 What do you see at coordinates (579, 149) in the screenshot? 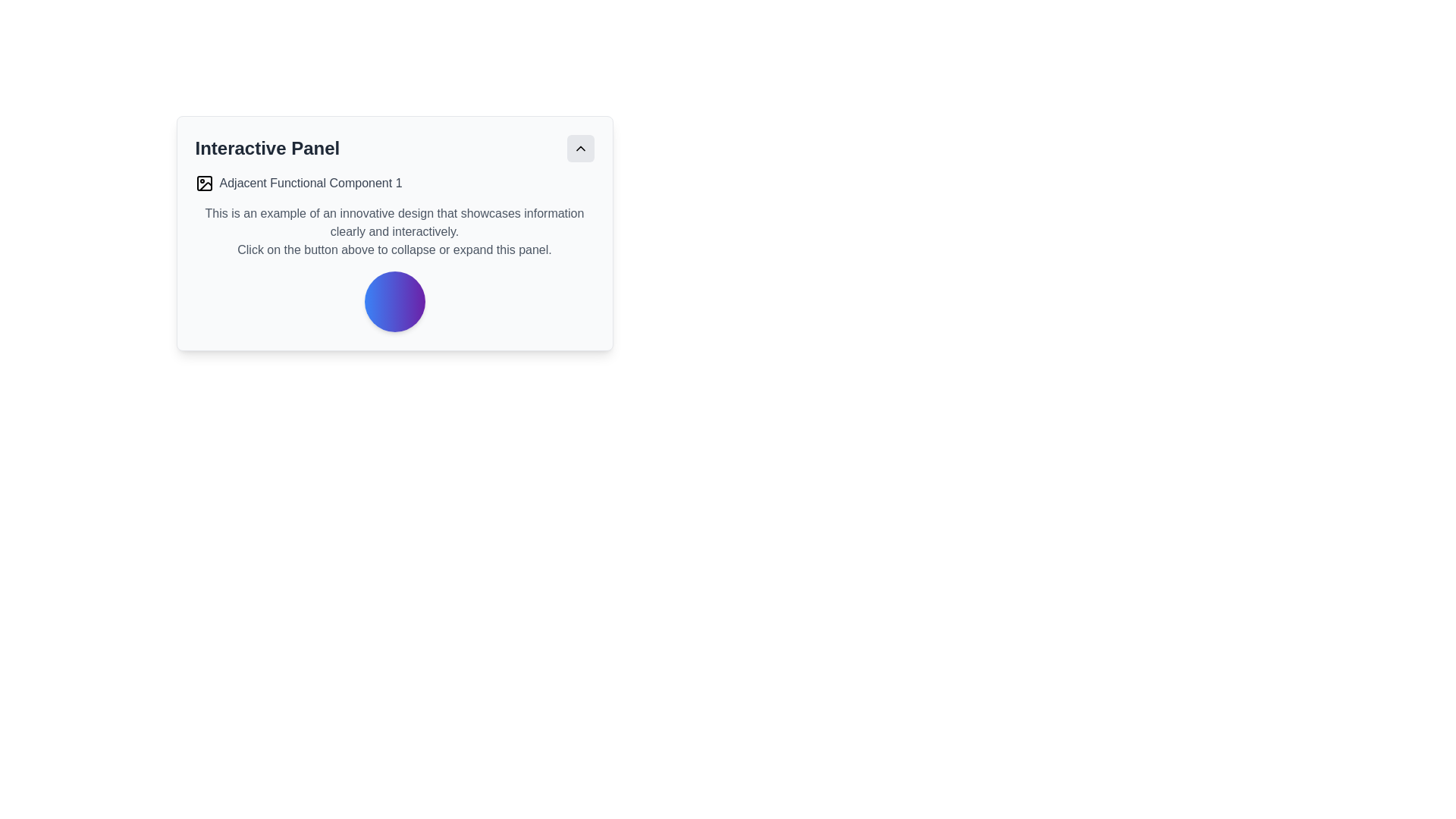
I see `the upward-pointing chevron-shaped icon located at the center of the light gray rounded rectangular button in the top-right corner of the 'Interactive Panel'` at bounding box center [579, 149].